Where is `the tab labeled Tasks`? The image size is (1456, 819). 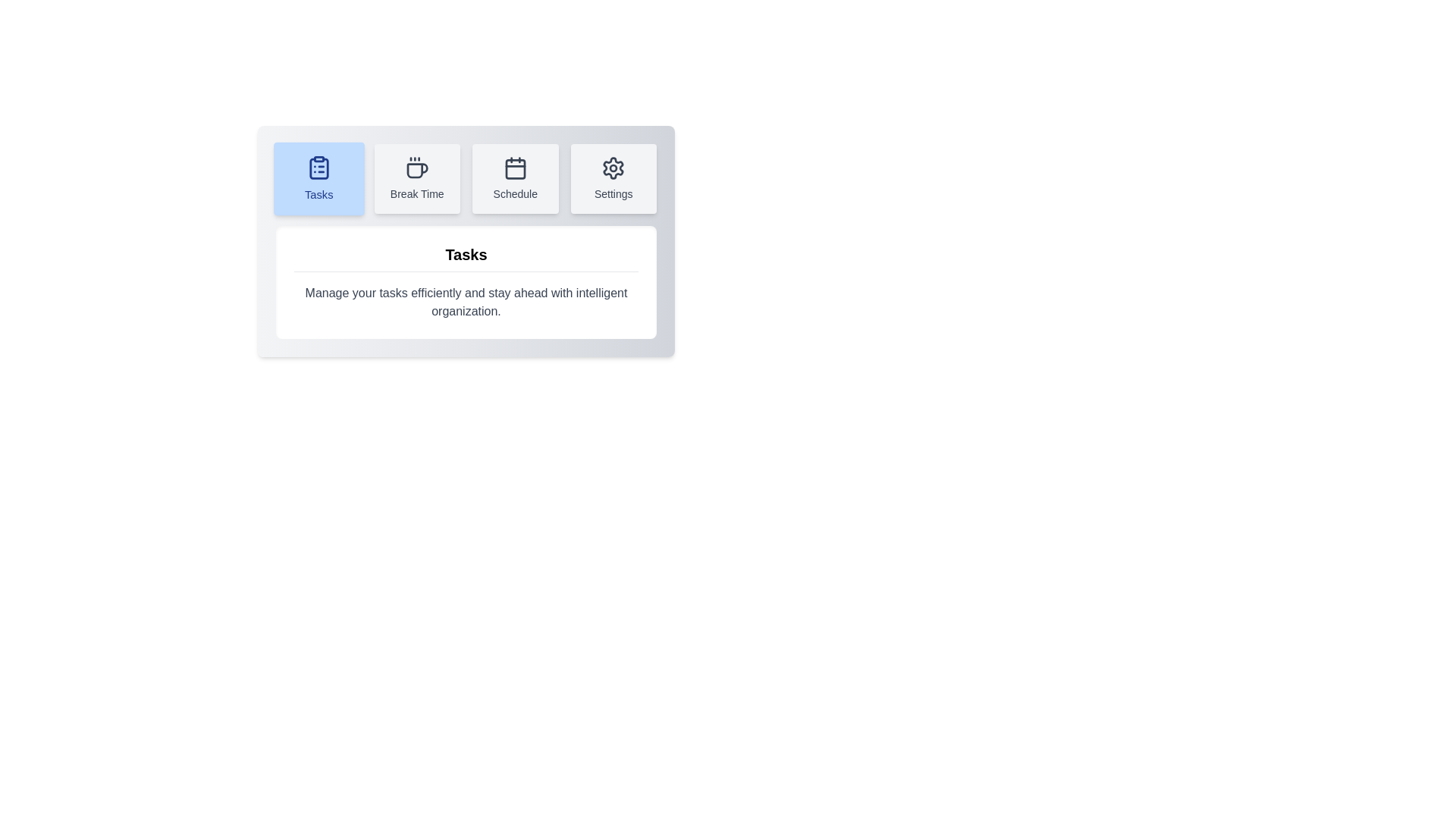 the tab labeled Tasks is located at coordinates (318, 177).